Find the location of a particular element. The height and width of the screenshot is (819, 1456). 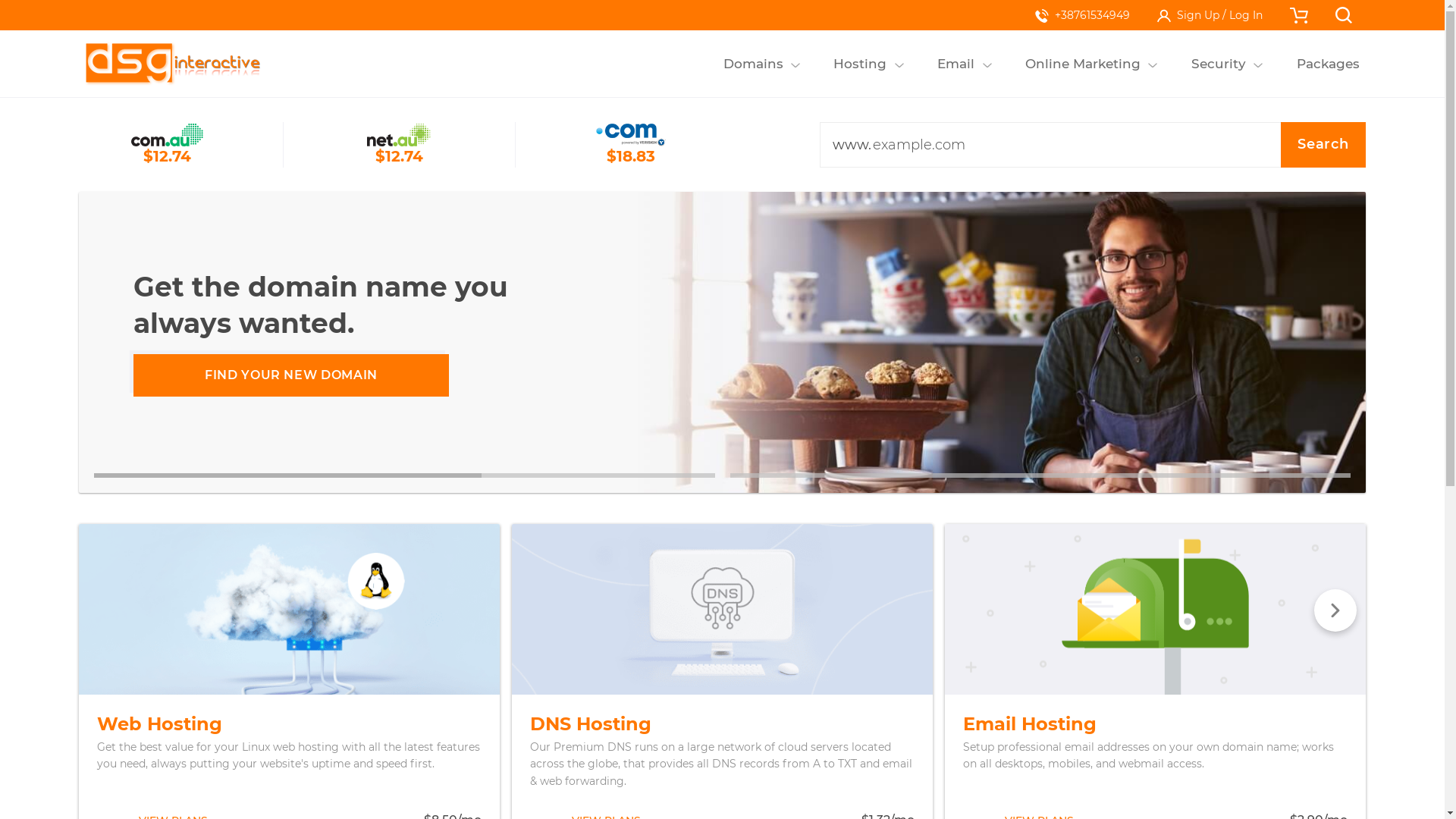

'Email' is located at coordinates (955, 63).